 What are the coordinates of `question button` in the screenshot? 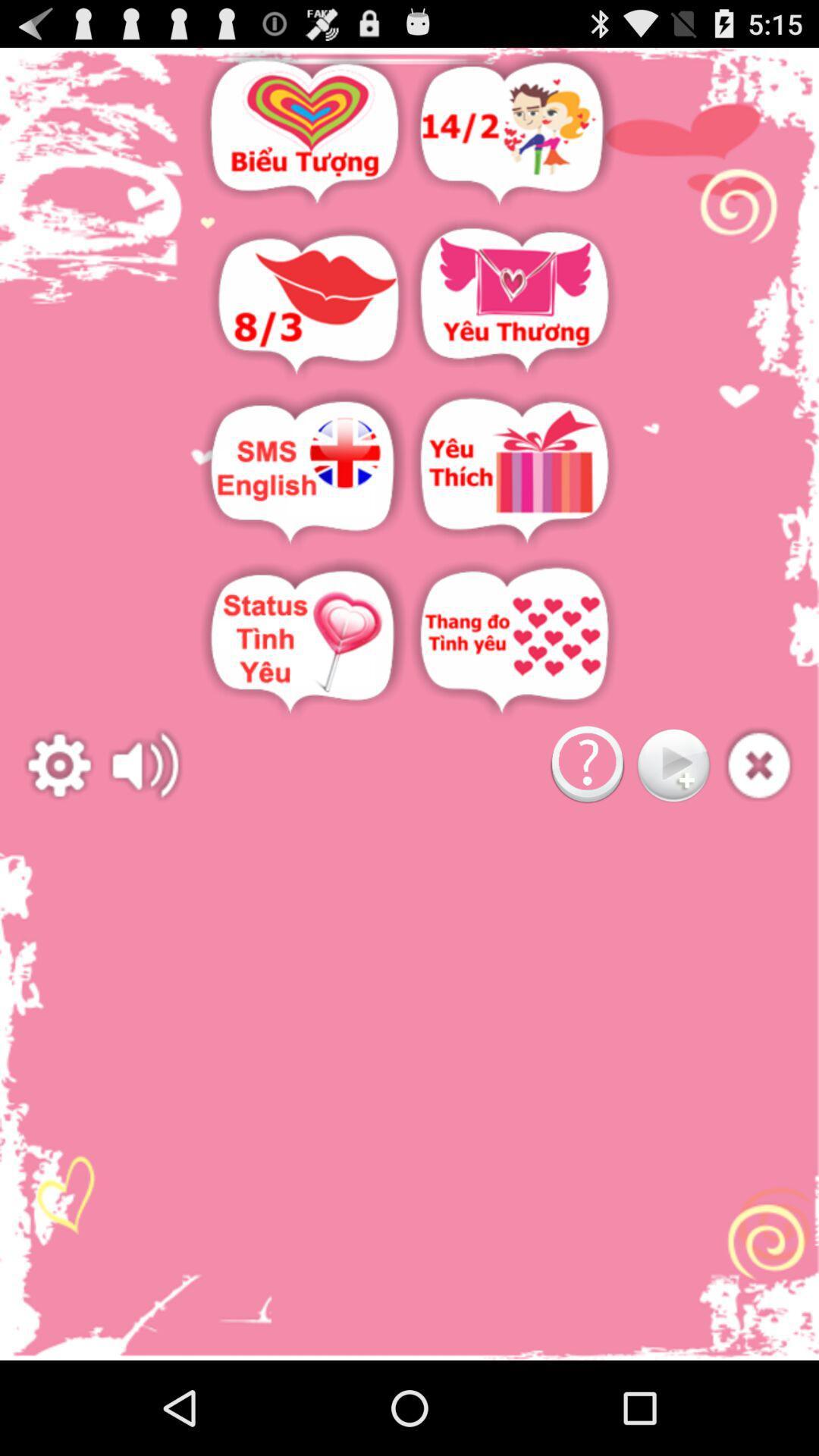 It's located at (586, 765).